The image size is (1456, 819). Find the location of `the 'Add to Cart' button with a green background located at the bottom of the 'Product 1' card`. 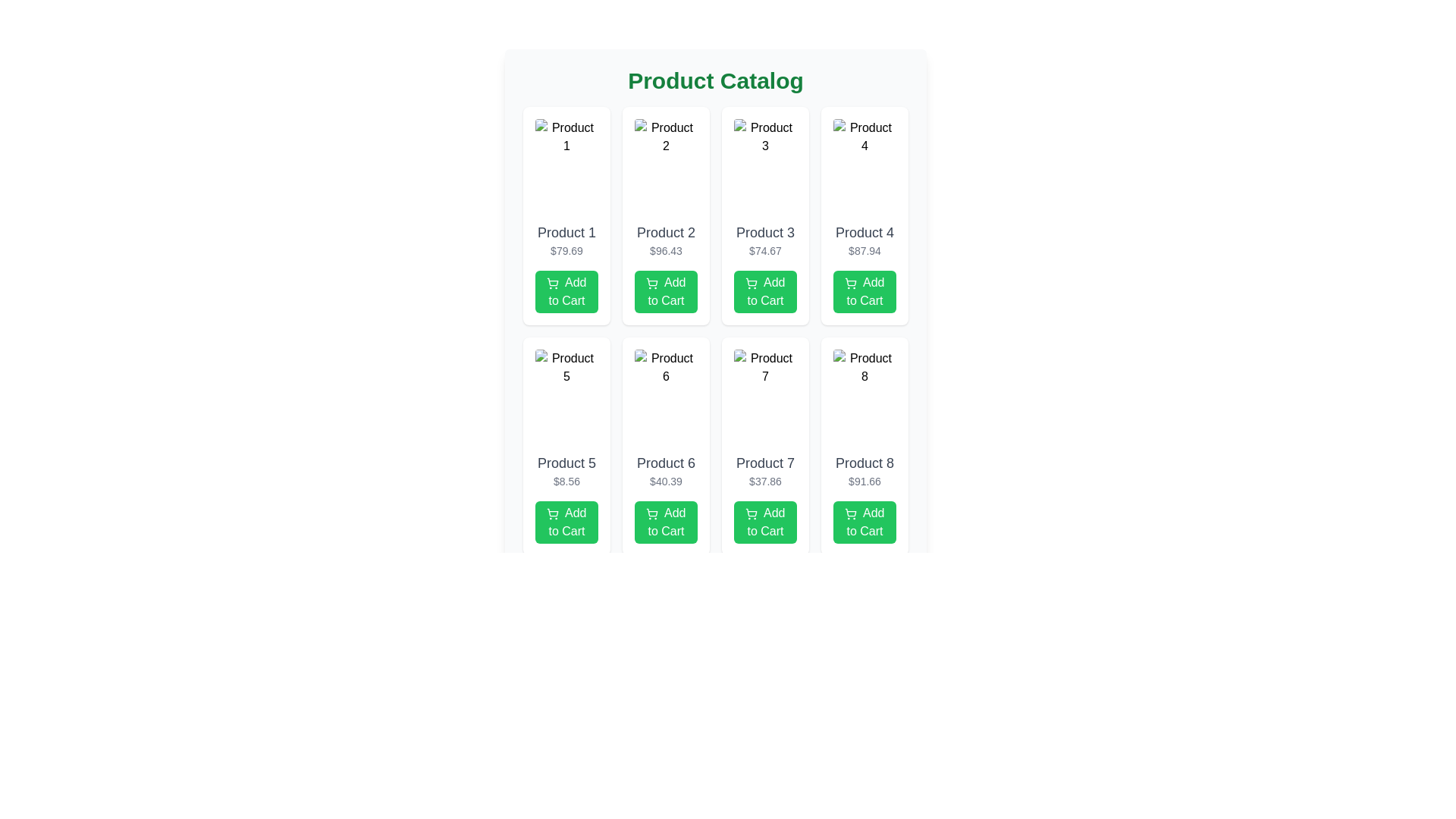

the 'Add to Cart' button with a green background located at the bottom of the 'Product 1' card is located at coordinates (566, 292).